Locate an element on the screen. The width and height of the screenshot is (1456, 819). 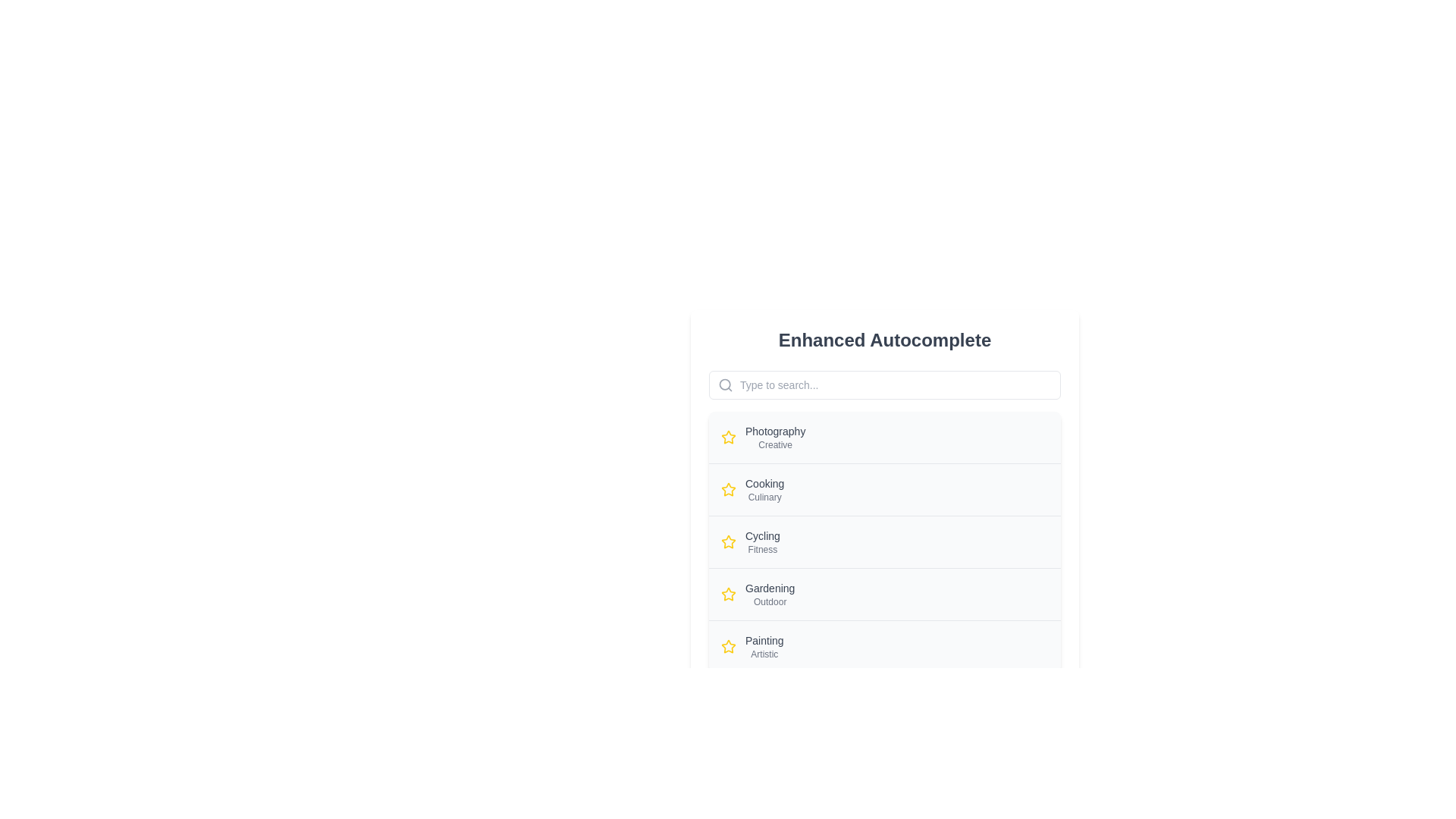
the inner circle of the search icon to trigger potential visual feedback is located at coordinates (724, 384).